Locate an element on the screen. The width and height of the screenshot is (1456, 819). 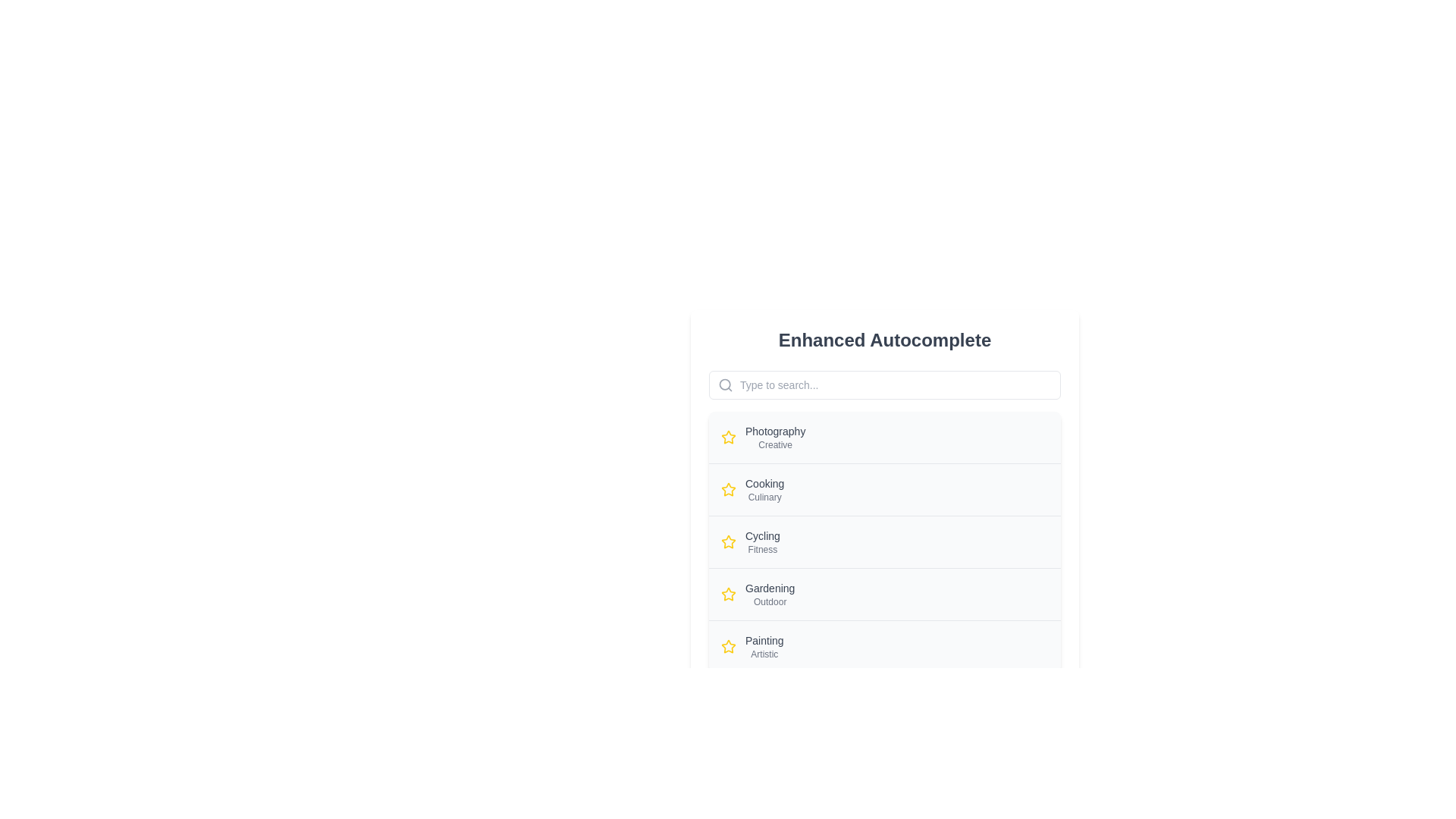
the inner circle of the search icon to trigger potential visual feedback is located at coordinates (724, 384).